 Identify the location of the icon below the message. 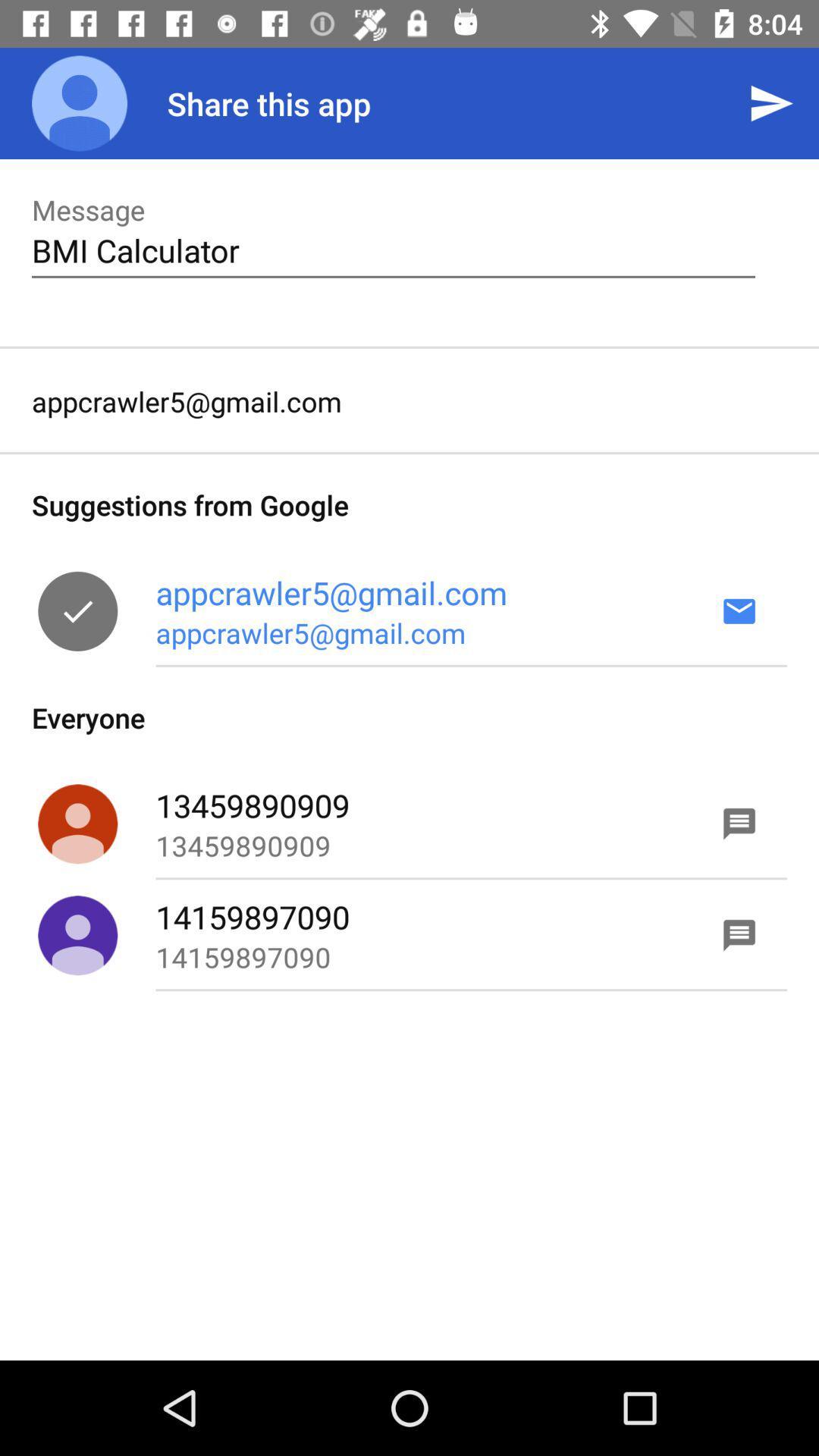
(393, 250).